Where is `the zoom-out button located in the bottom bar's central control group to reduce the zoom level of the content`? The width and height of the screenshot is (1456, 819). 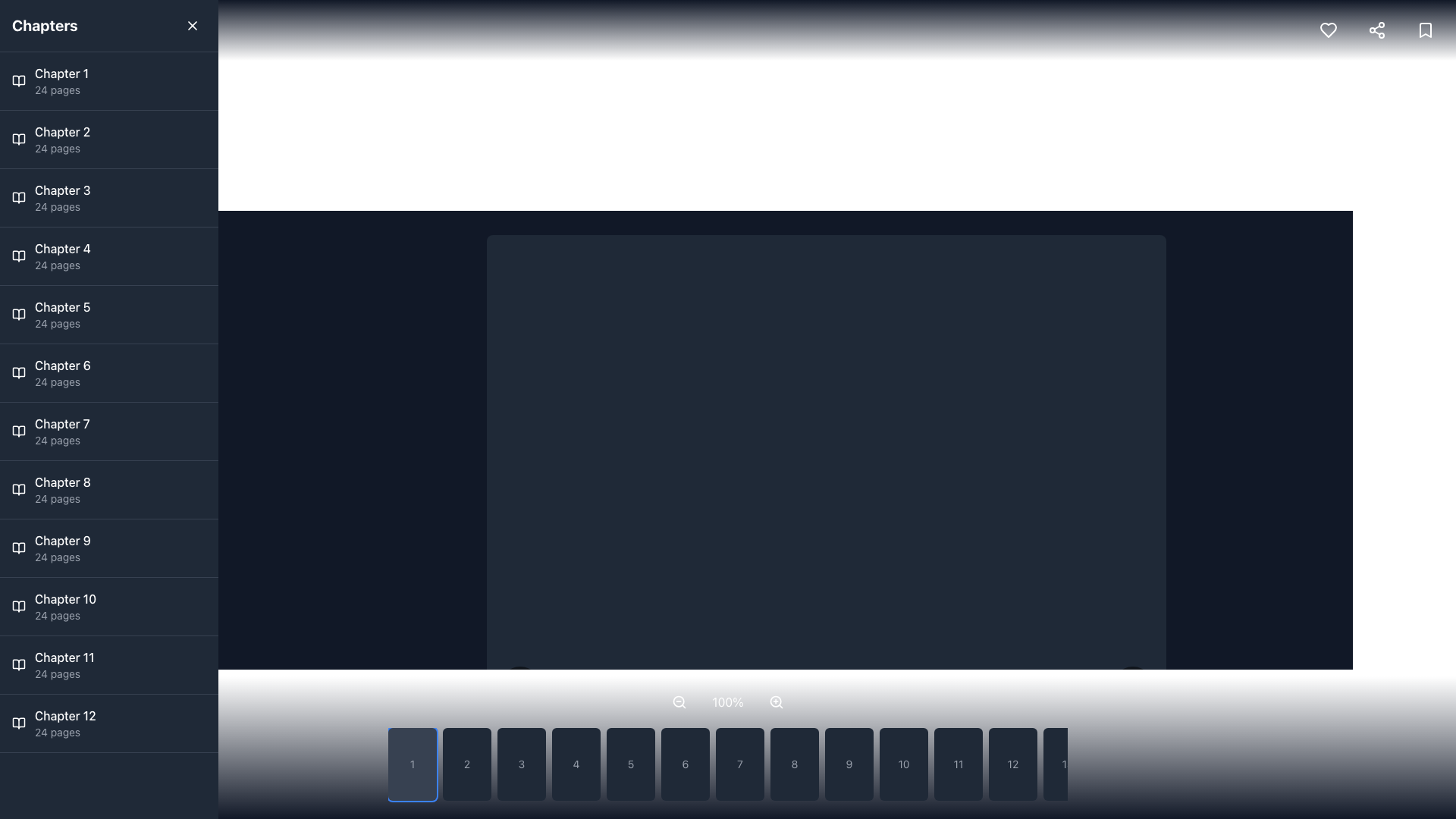 the zoom-out button located in the bottom bar's central control group to reduce the zoom level of the content is located at coordinates (679, 701).